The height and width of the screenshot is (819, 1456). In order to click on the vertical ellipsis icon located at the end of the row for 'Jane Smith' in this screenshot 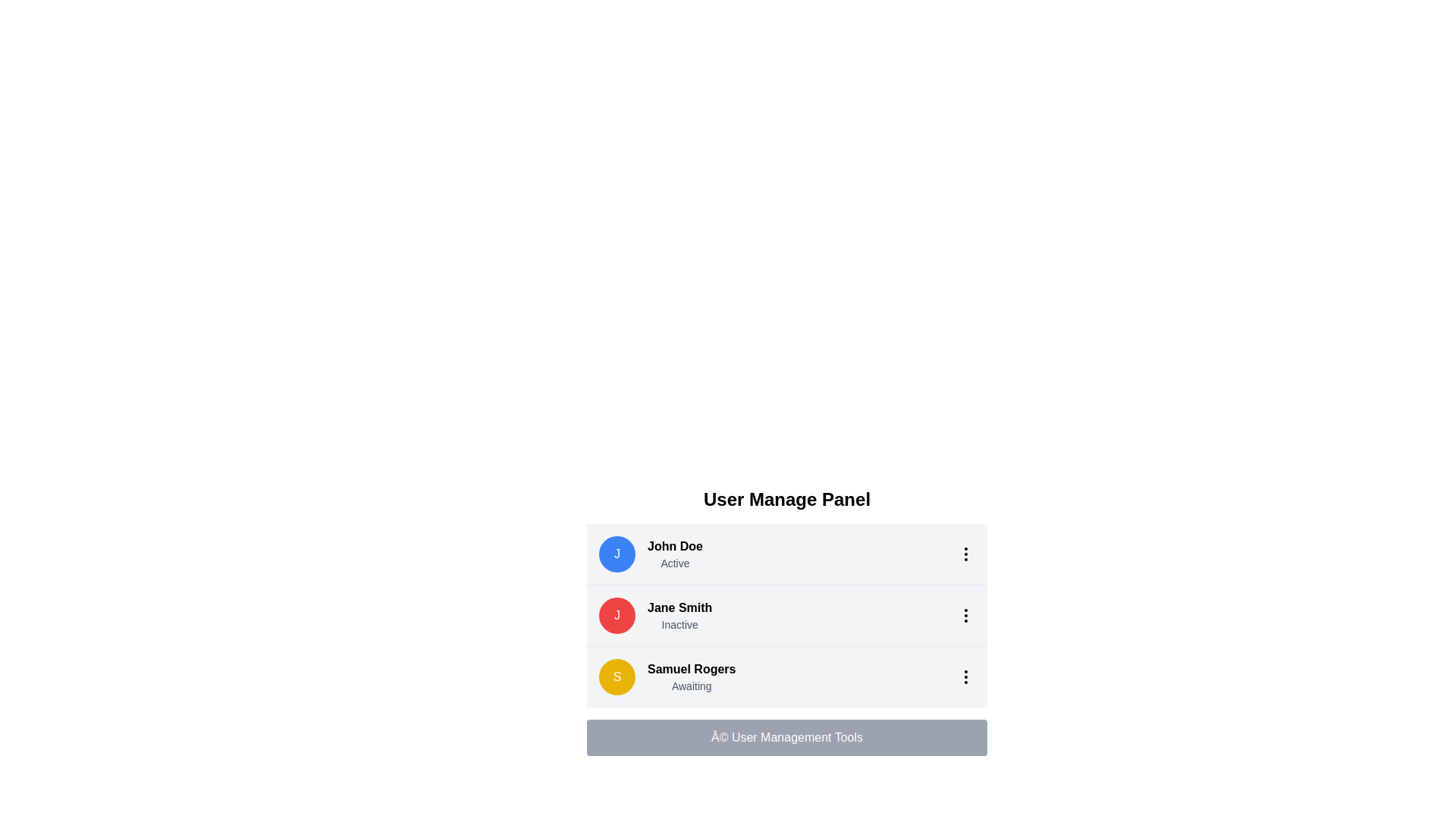, I will do `click(965, 616)`.